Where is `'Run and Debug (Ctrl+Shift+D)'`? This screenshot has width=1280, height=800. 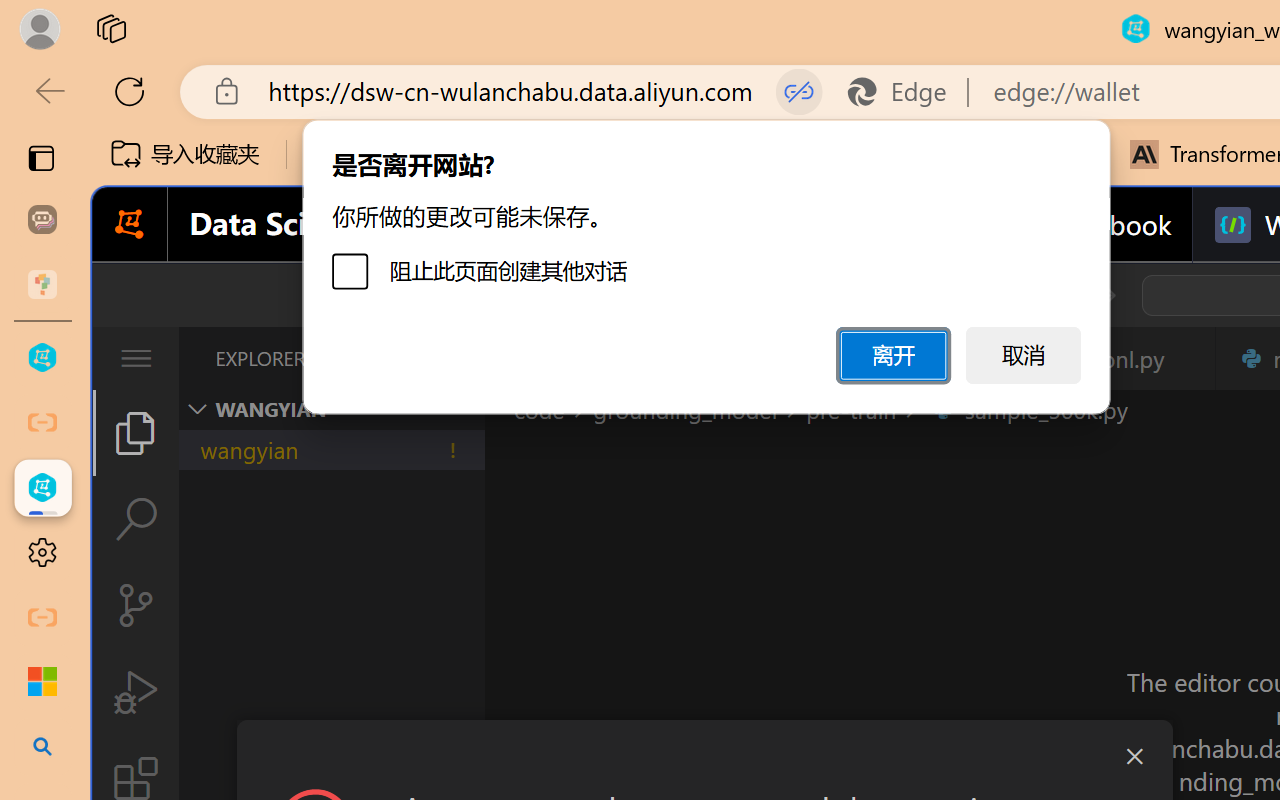 'Run and Debug (Ctrl+Shift+D)' is located at coordinates (134, 692).